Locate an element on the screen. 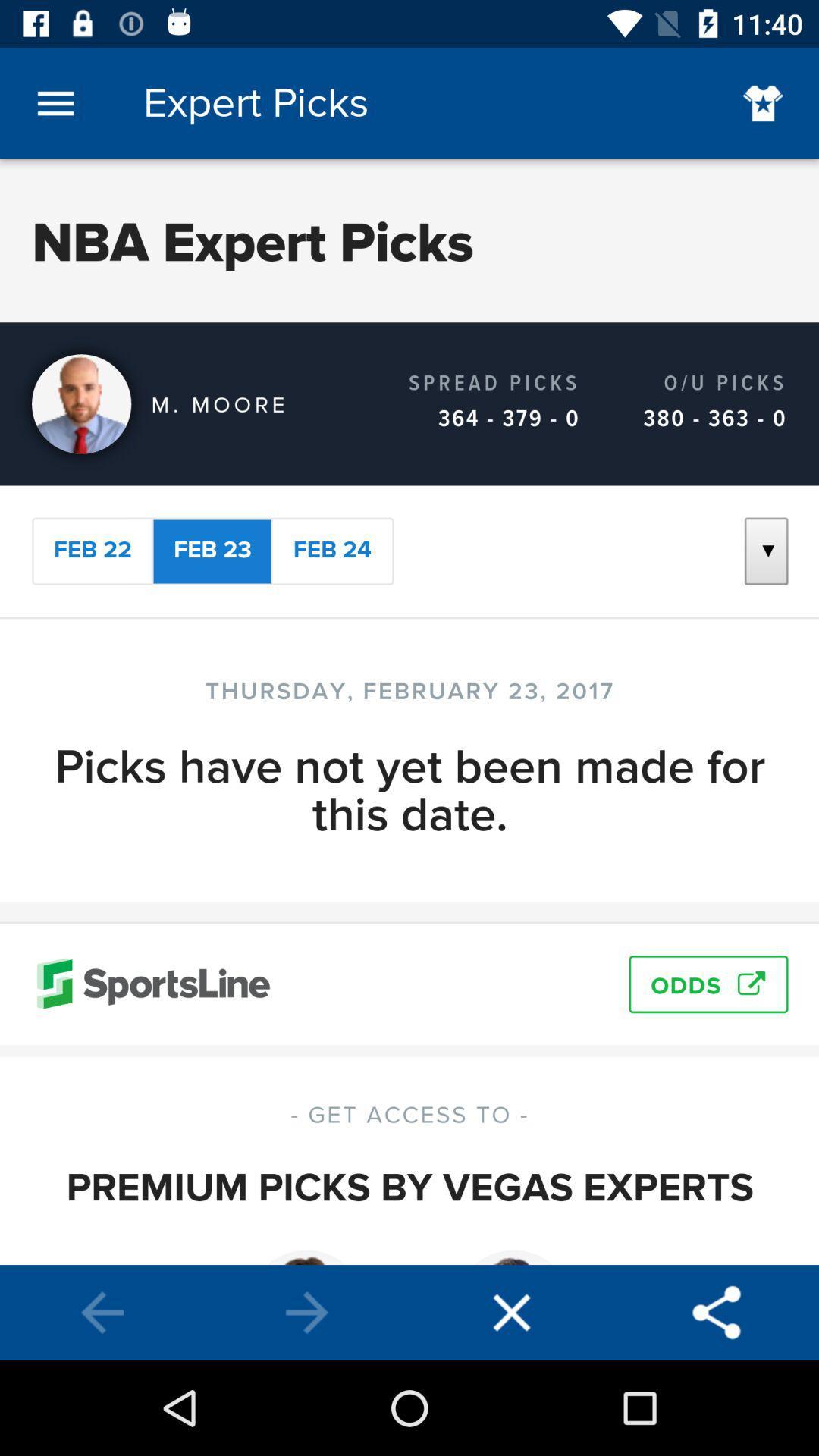 The height and width of the screenshot is (1456, 819). the share icon is located at coordinates (717, 1312).